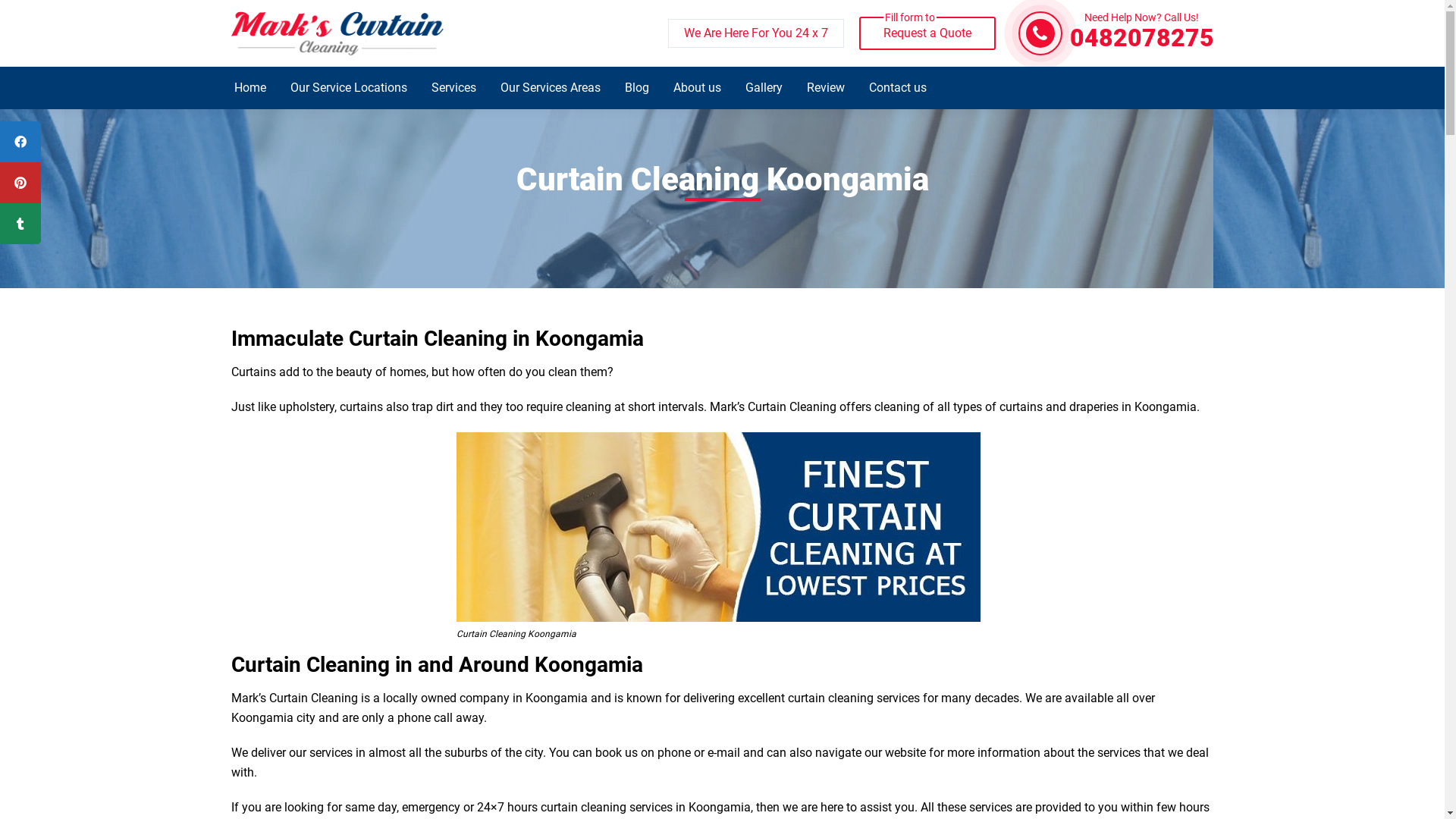 The width and height of the screenshot is (1456, 819). Describe the element at coordinates (636, 87) in the screenshot. I see `'Blog'` at that location.